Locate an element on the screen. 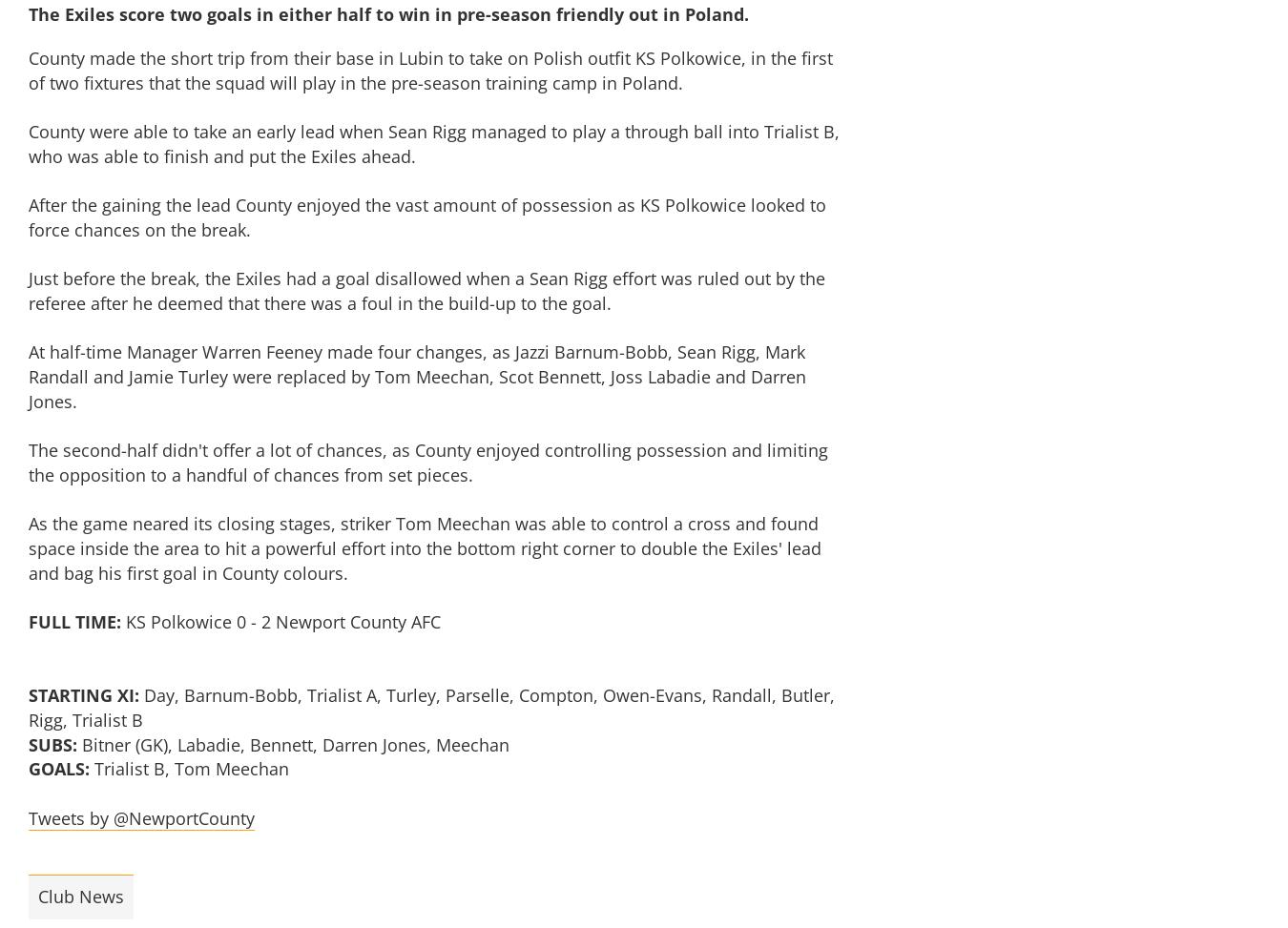 This screenshot has width=1288, height=928. 'FULL TIME:' is located at coordinates (73, 621).